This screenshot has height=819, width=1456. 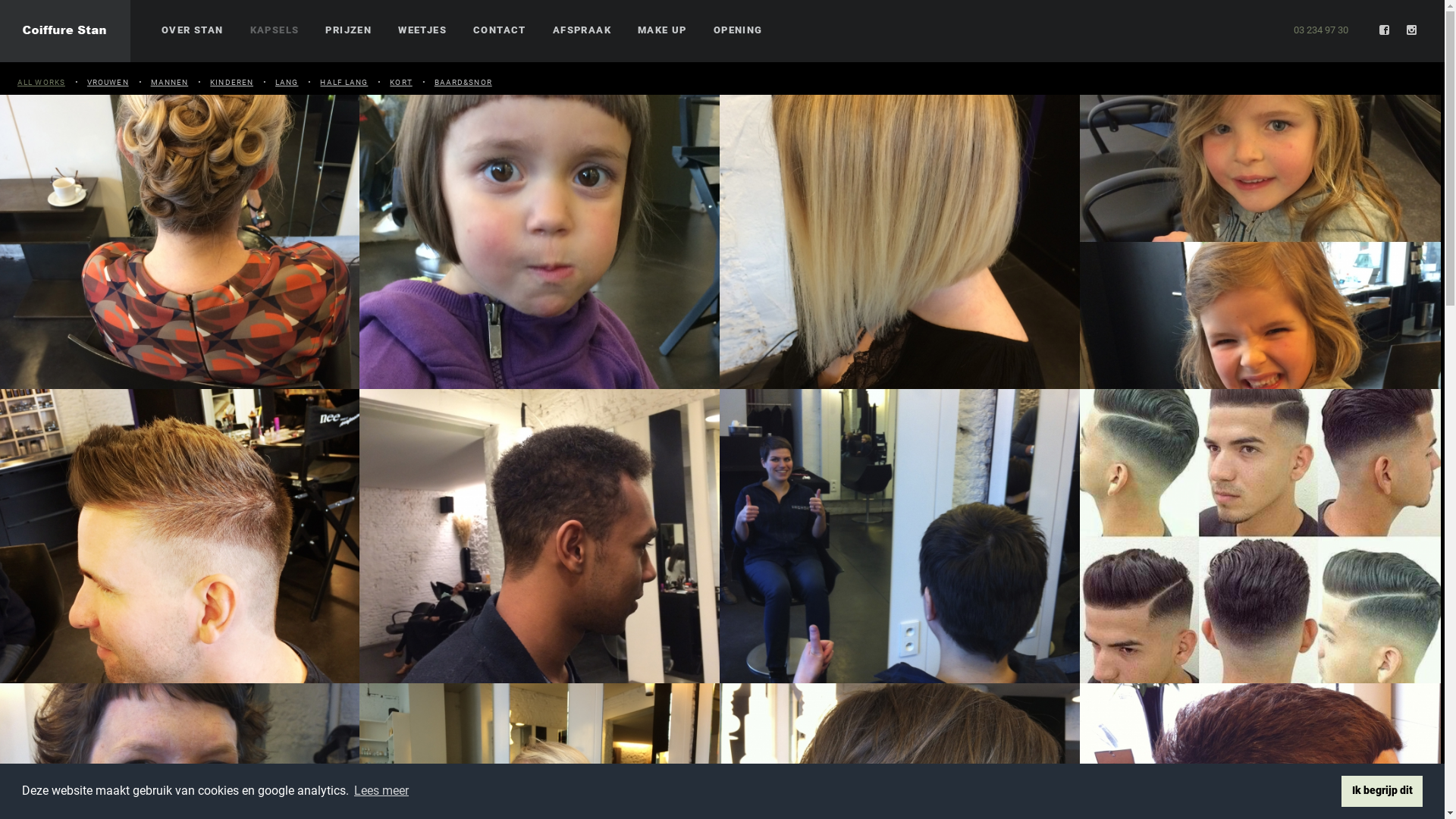 I want to click on 'AFSPRAAK', so click(x=581, y=30).